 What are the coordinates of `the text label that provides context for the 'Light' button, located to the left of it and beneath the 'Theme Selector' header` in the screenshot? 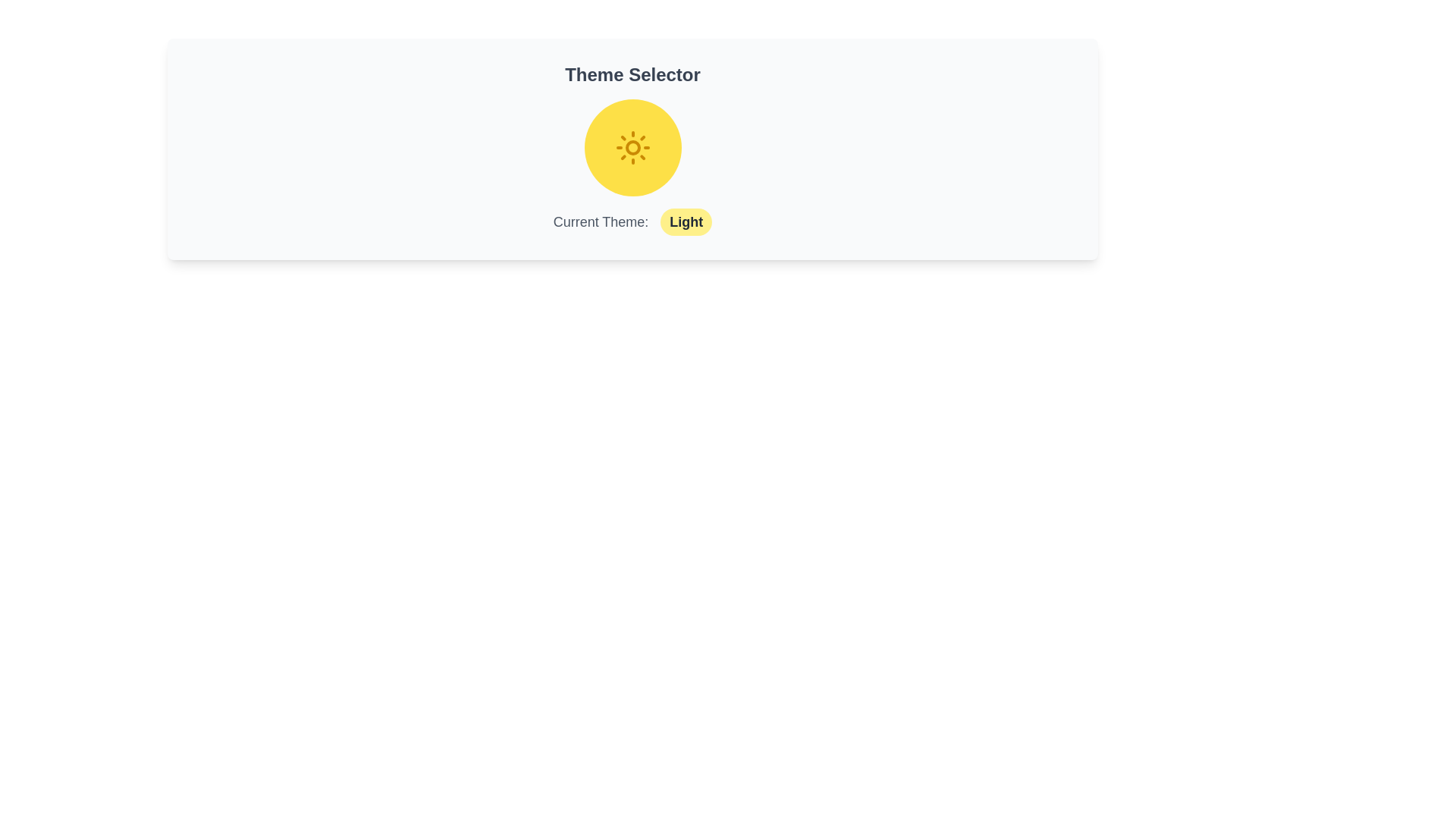 It's located at (600, 222).